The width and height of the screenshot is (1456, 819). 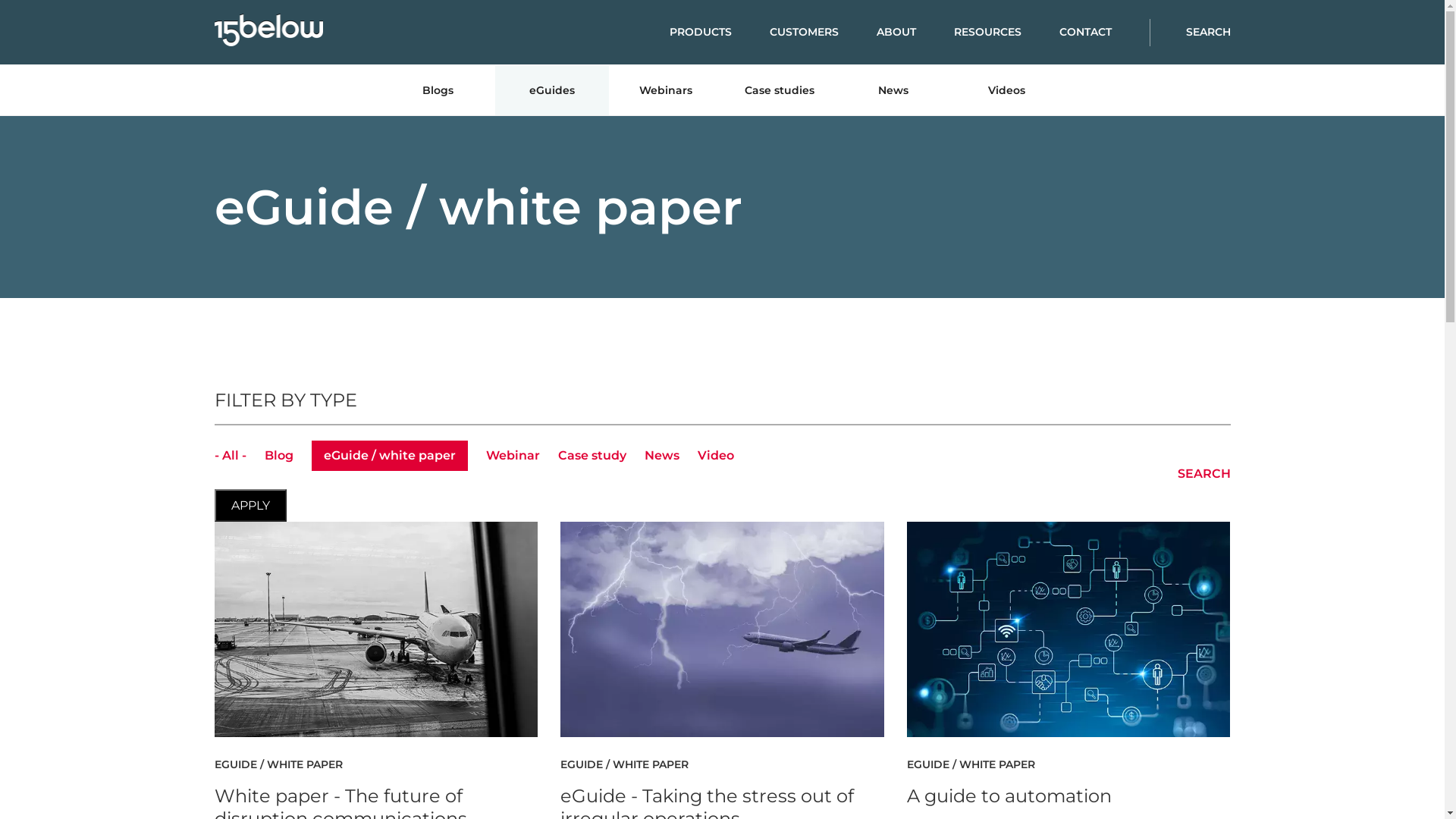 I want to click on 'PRODUCTS', so click(x=717, y=32).